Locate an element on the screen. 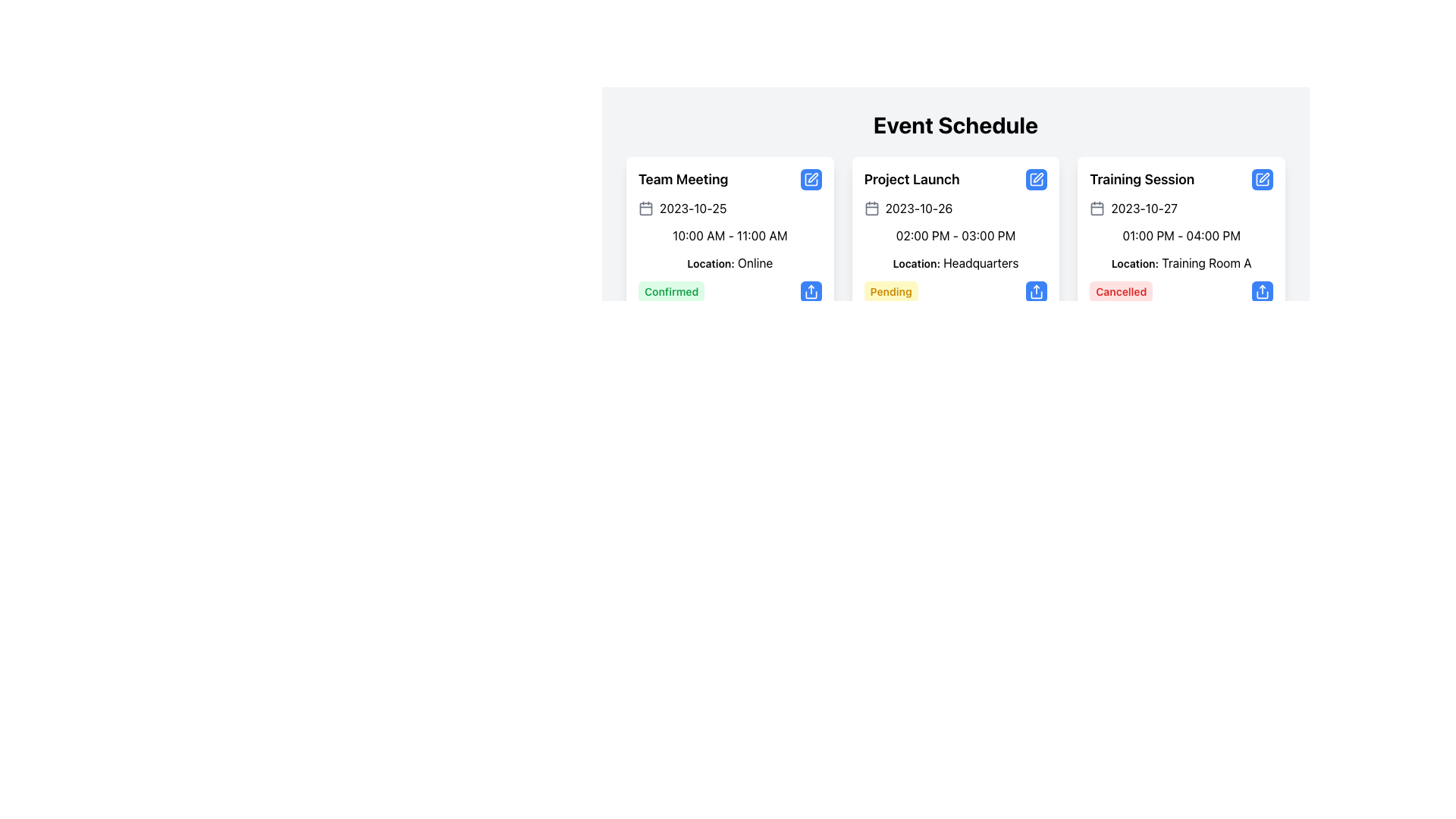  text label element displaying 'Location:' in bold font style, which is located inside the card for the 'Team Meeting' event, positioned below the event's time slot and to the left of the location information ('Online') is located at coordinates (710, 262).